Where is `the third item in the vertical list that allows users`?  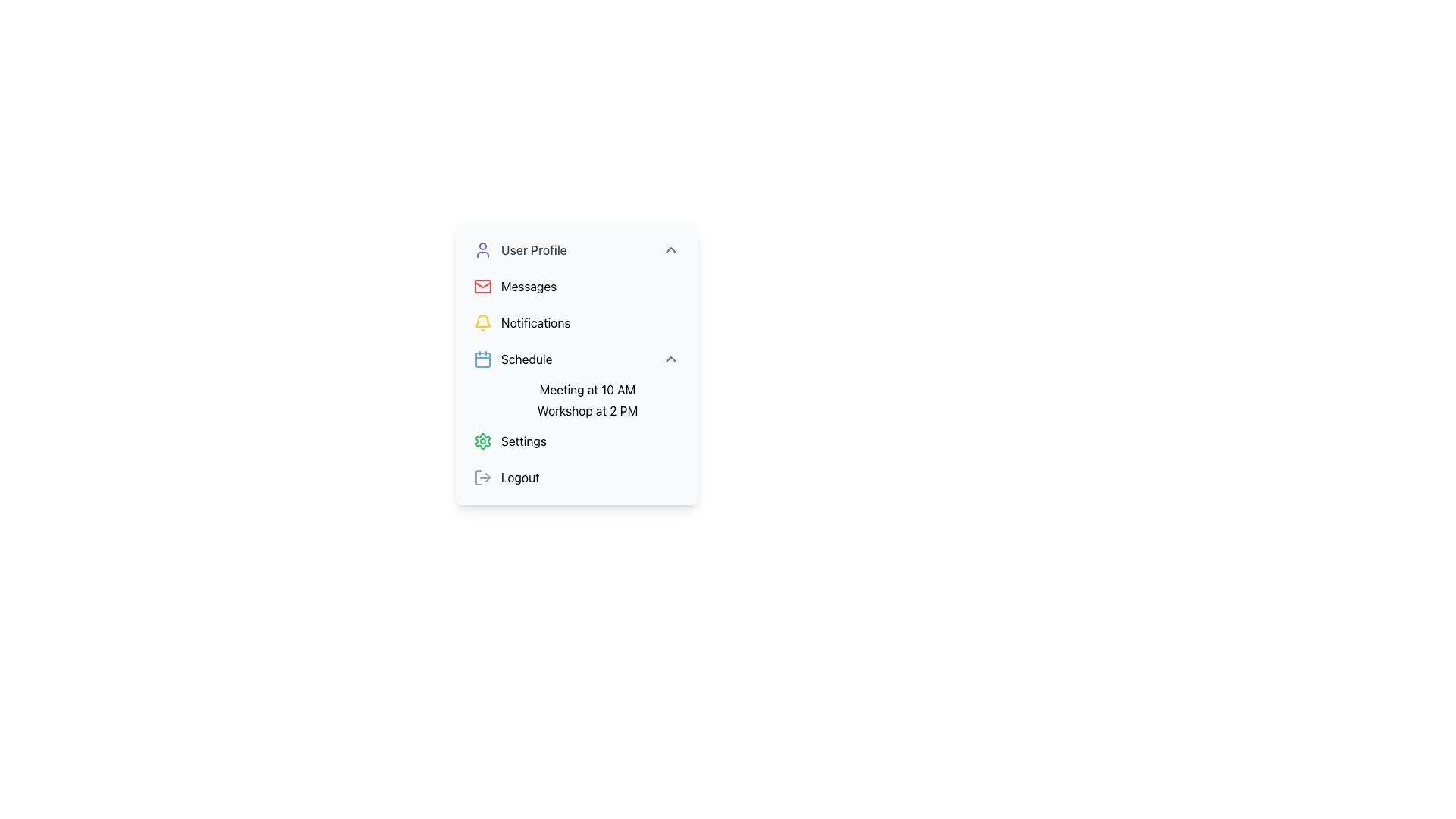
the third item in the vertical list that allows users is located at coordinates (576, 322).